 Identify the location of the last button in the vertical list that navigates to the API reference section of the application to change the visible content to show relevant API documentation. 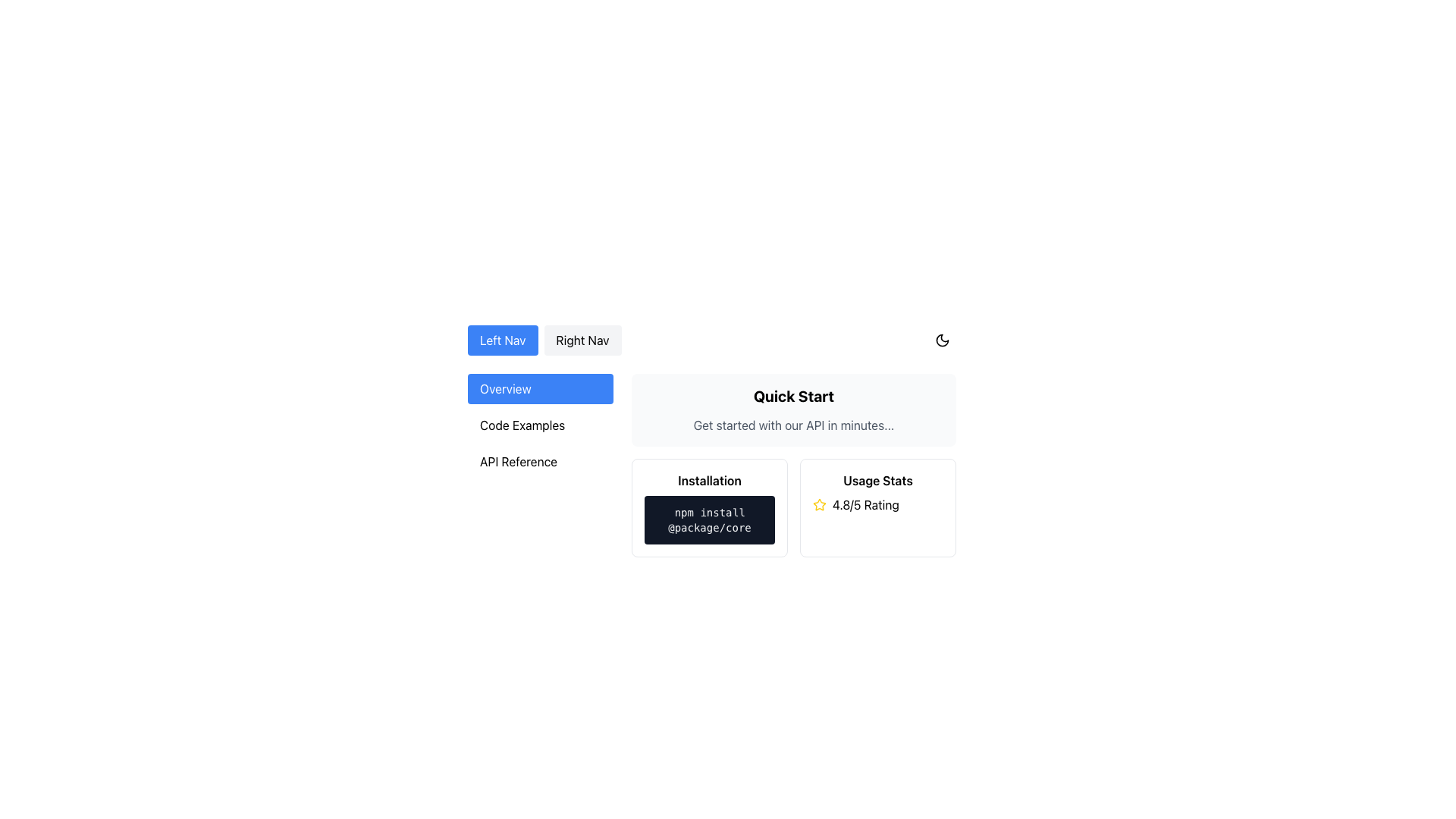
(541, 461).